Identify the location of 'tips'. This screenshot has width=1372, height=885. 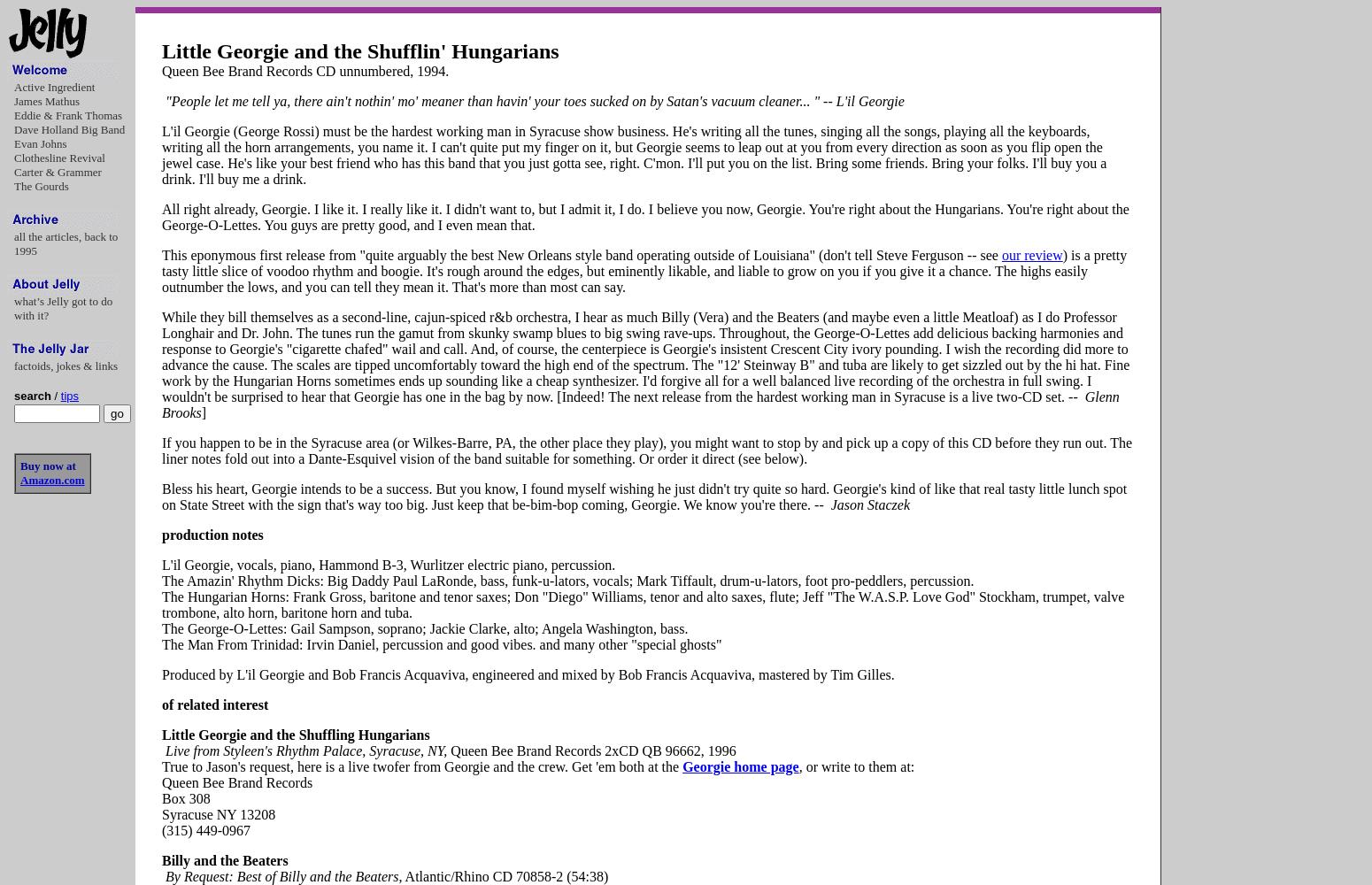
(69, 395).